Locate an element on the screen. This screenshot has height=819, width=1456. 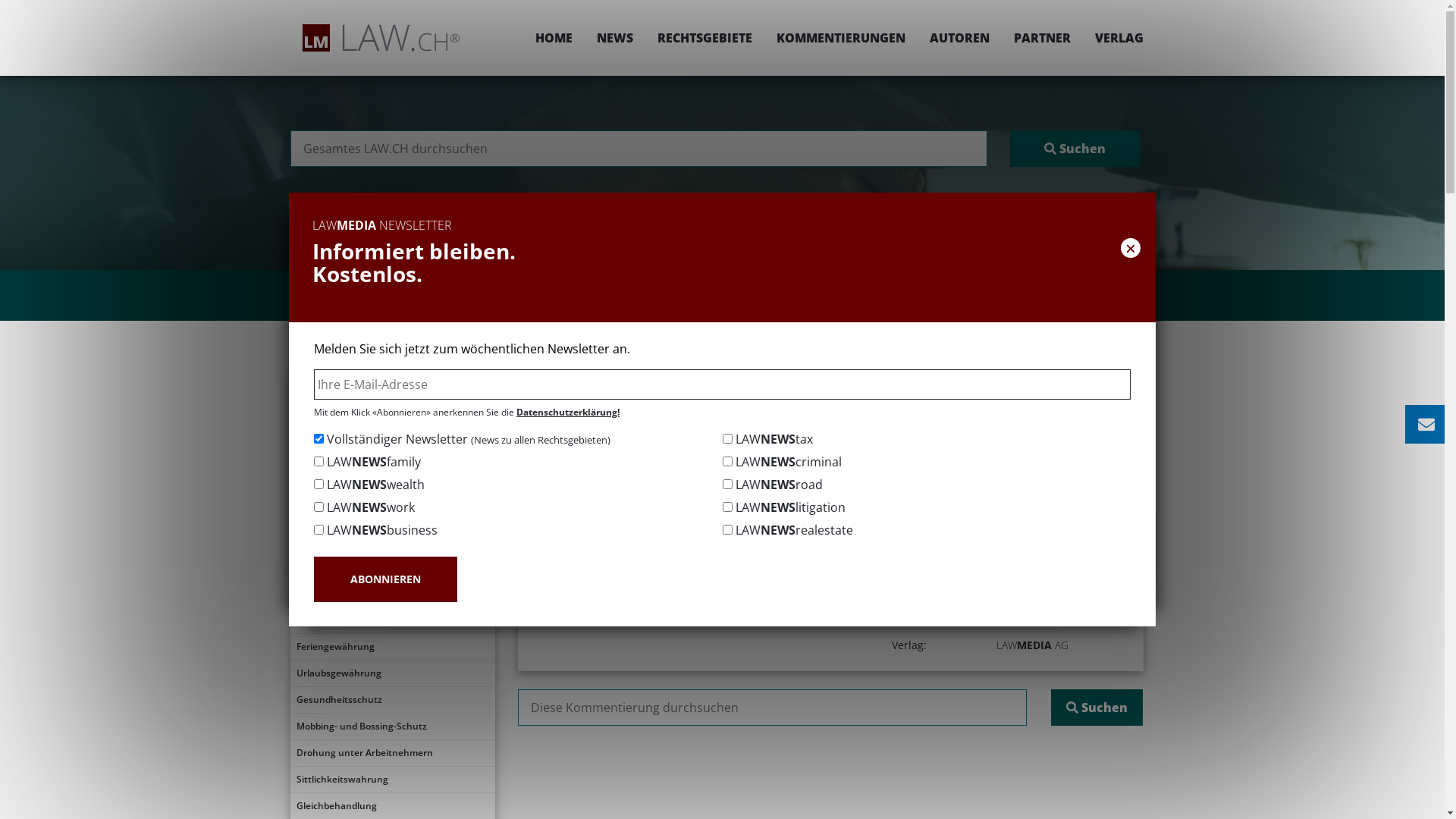
'Sittlichkeitswahrung' is located at coordinates (392, 780).